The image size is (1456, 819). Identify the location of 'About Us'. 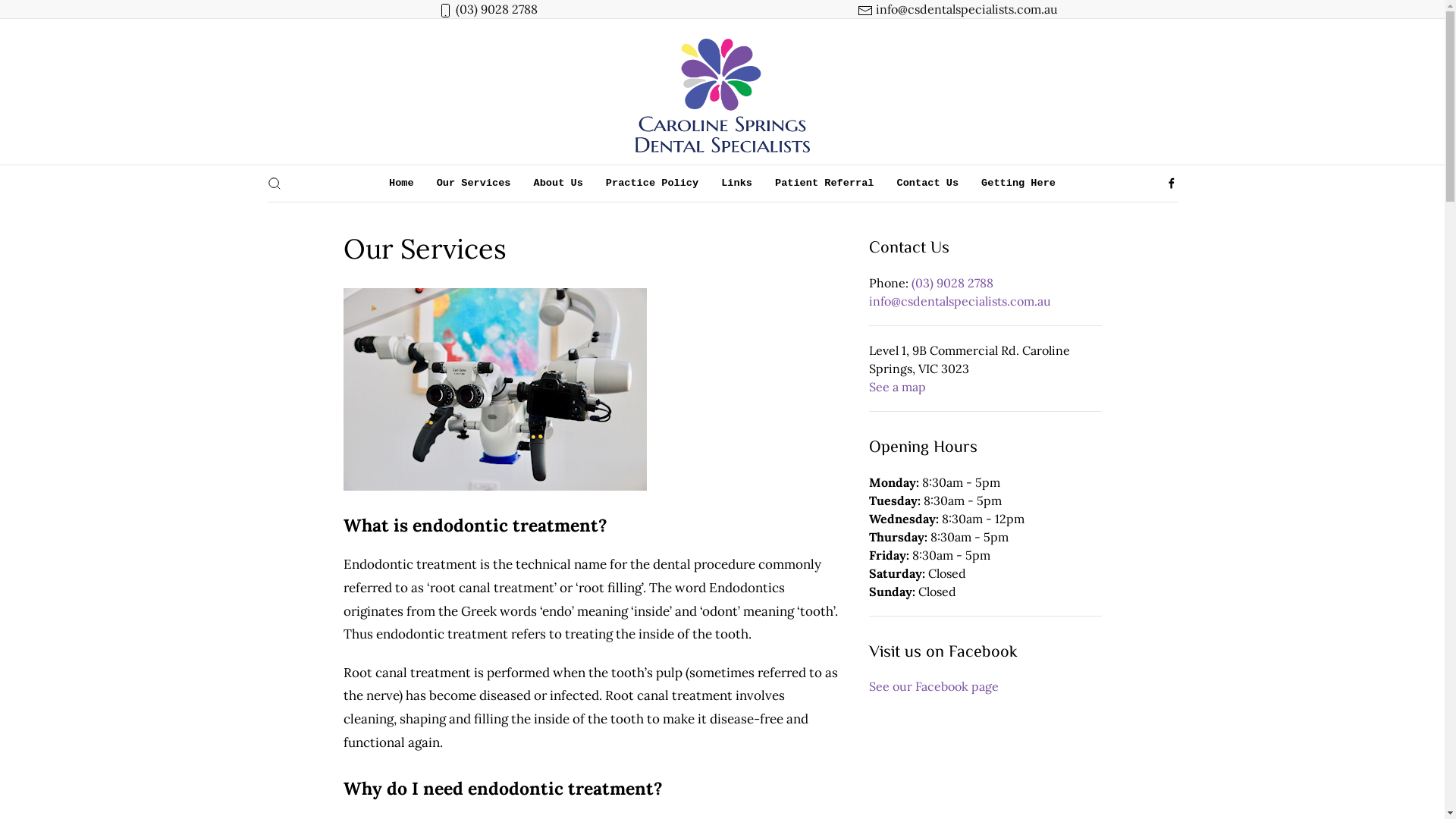
(522, 183).